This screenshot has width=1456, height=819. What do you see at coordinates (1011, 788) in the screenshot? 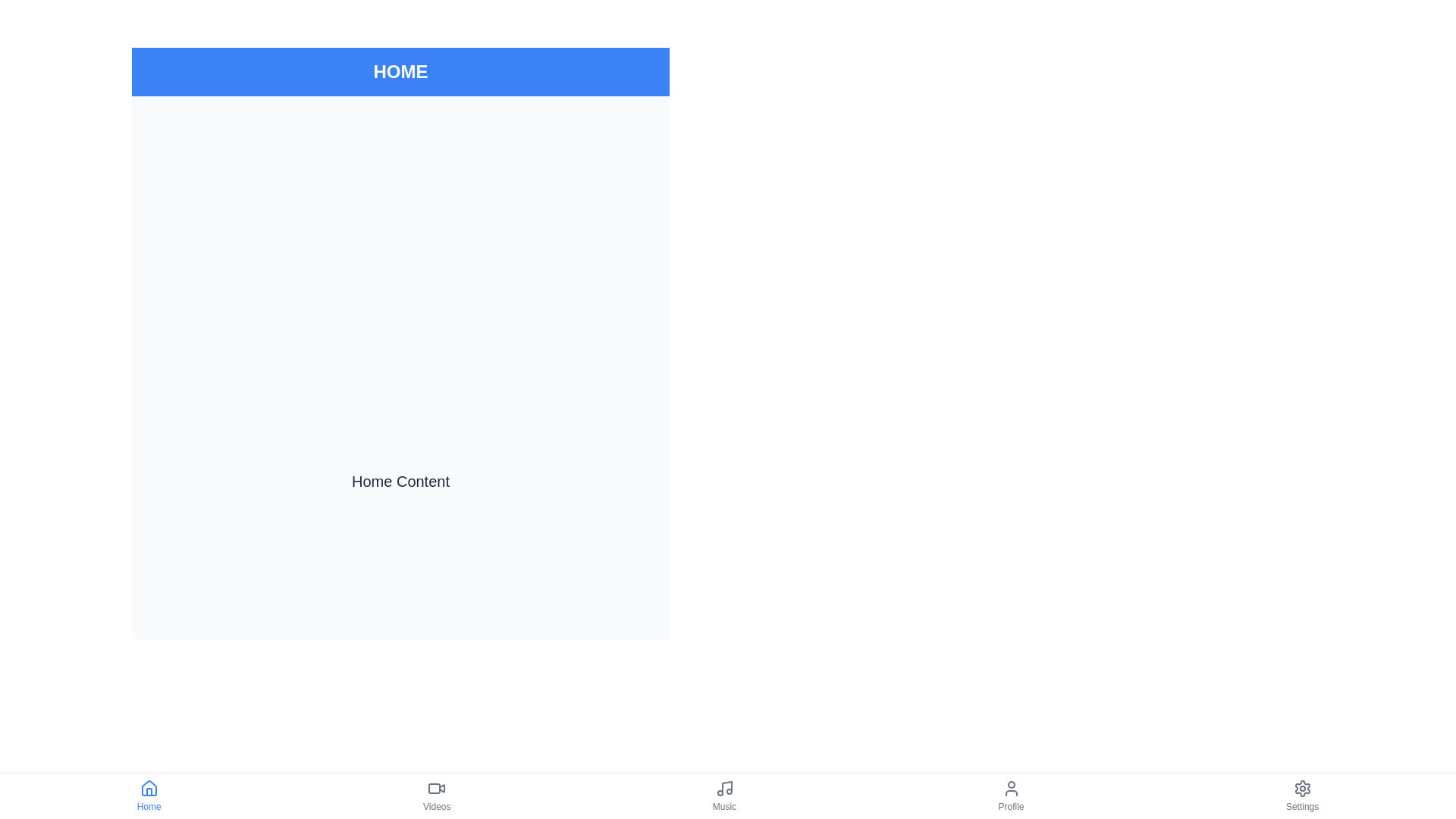
I see `the user profile icon located in the bottom navigation bar, centered under the 'Profile' label` at bounding box center [1011, 788].